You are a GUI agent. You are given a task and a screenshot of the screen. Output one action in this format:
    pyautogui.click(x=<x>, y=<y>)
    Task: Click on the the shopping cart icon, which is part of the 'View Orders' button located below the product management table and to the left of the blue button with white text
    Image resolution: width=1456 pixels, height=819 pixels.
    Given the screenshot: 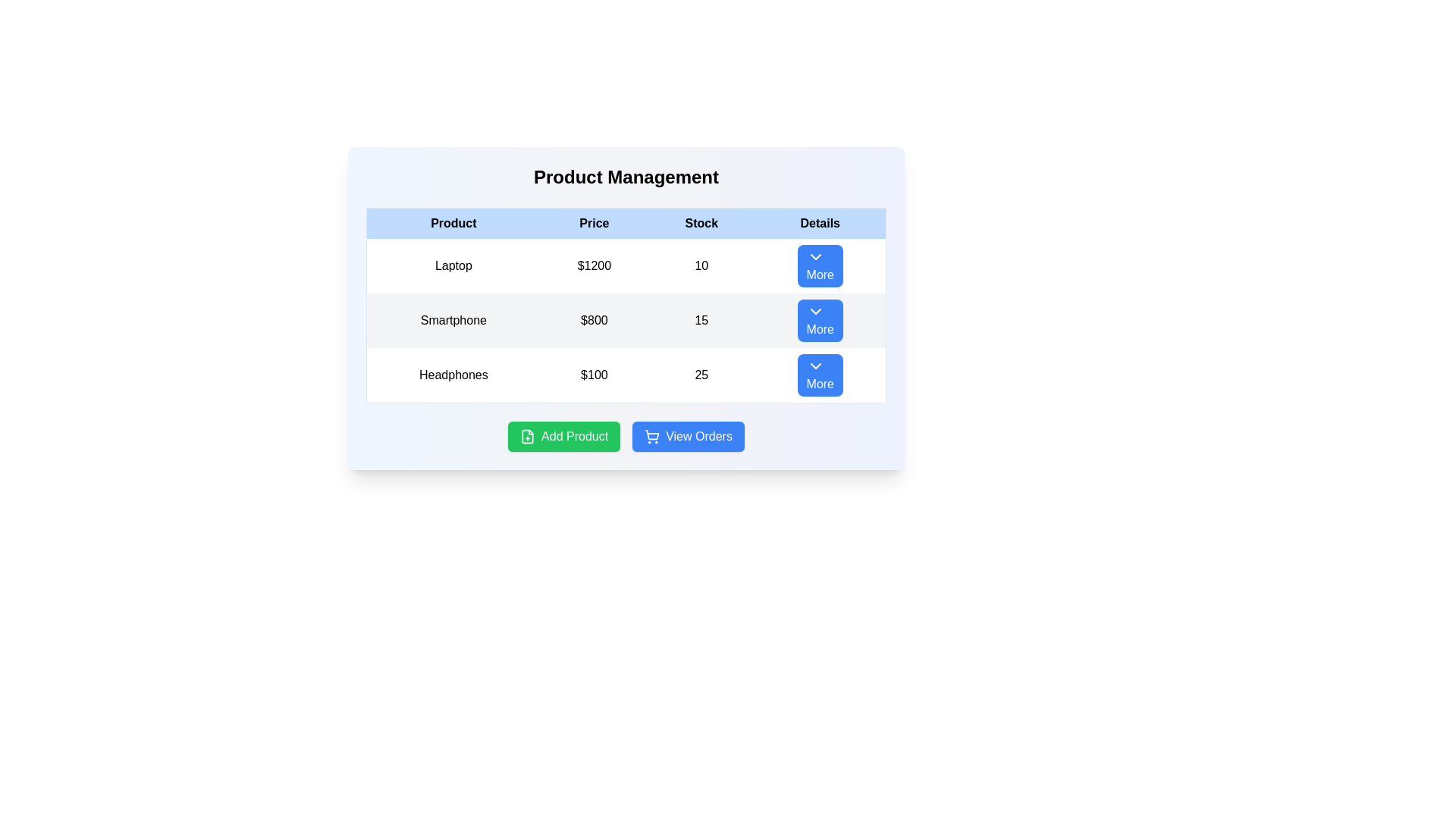 What is the action you would take?
    pyautogui.click(x=652, y=436)
    